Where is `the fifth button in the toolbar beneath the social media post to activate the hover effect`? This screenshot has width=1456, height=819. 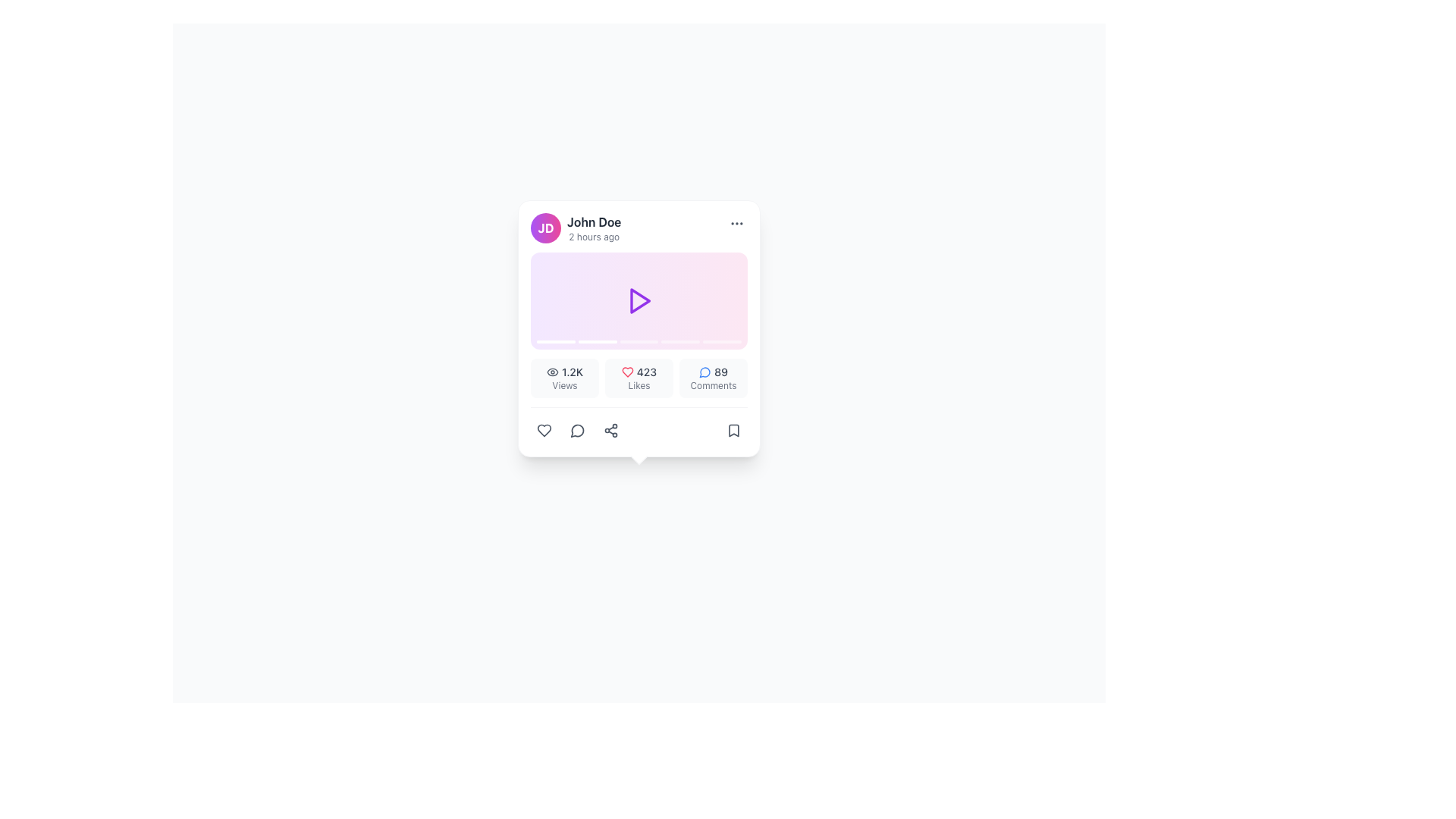
the fifth button in the toolbar beneath the social media post to activate the hover effect is located at coordinates (734, 430).